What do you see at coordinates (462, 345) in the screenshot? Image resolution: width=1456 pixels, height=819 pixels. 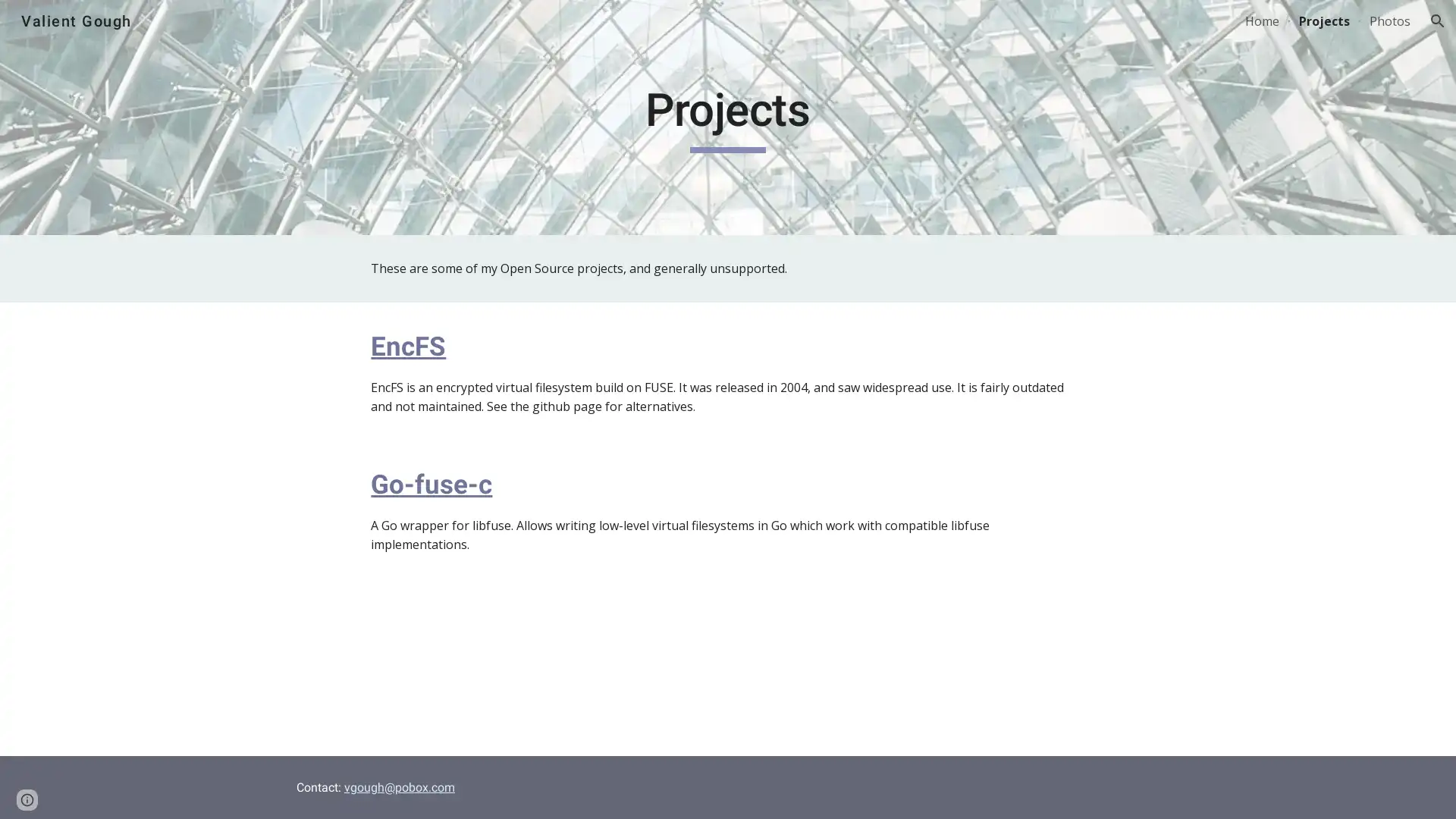 I see `Copy heading link` at bounding box center [462, 345].